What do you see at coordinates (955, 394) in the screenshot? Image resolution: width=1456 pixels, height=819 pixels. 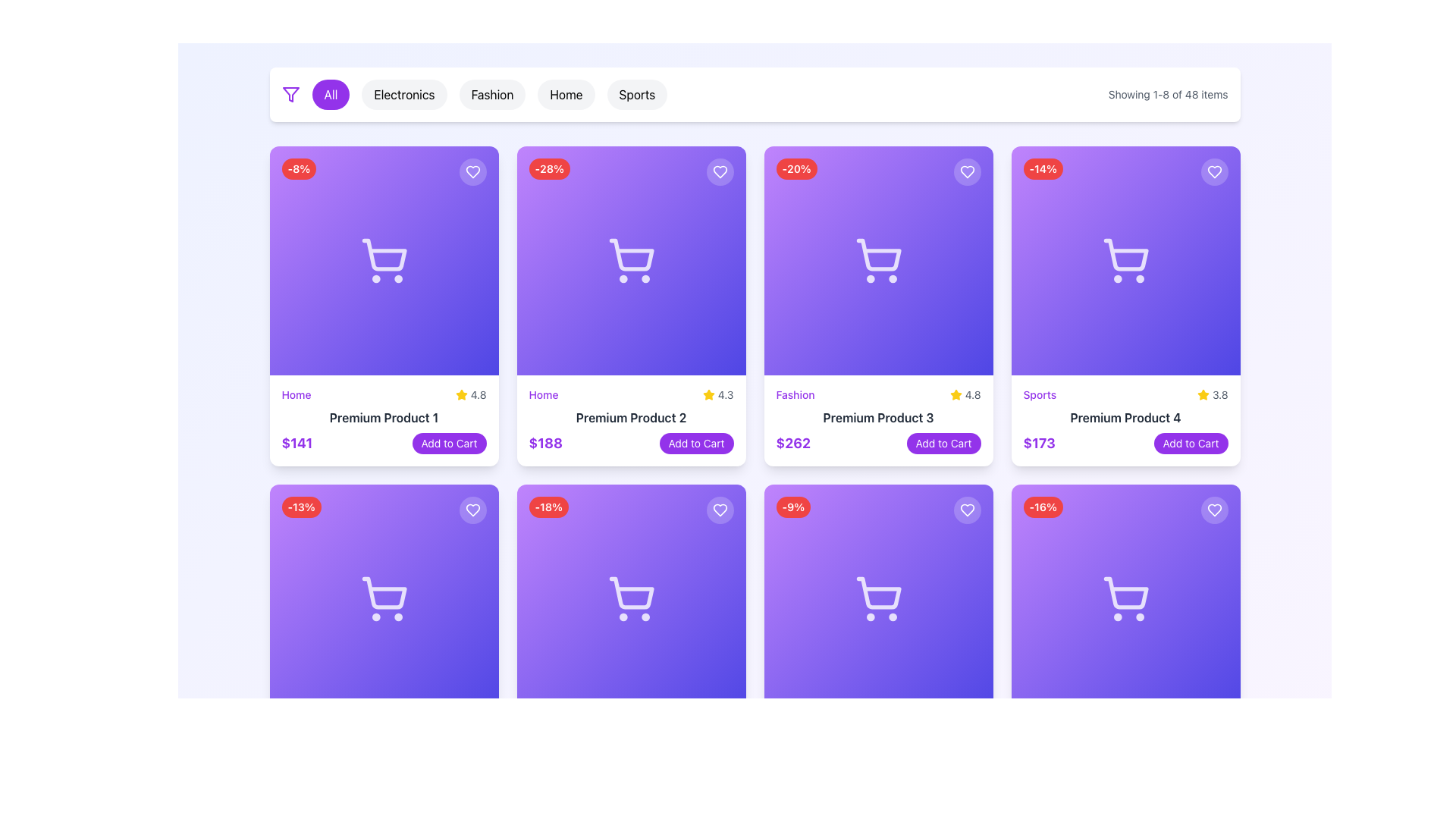 I see `the star-shaped yellow icon located in the third card of the top row under the title 'Fashion'` at bounding box center [955, 394].